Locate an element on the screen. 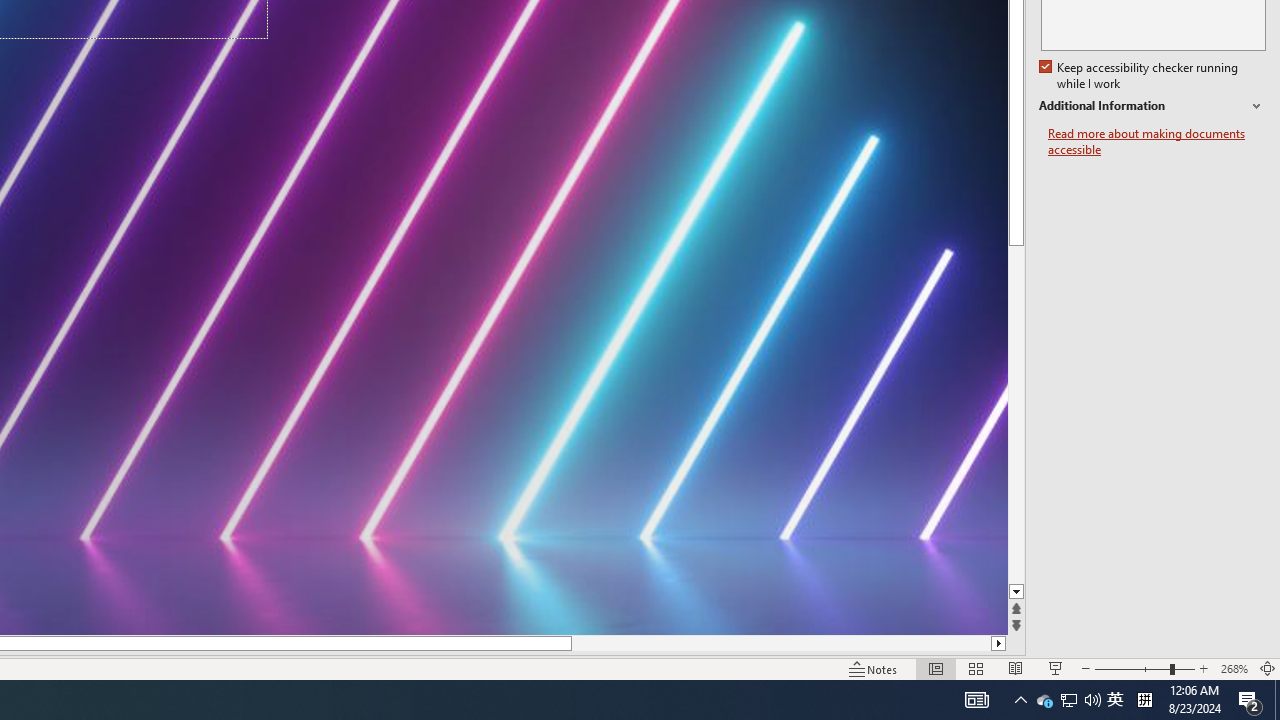 This screenshot has height=720, width=1280. 'Zoom In' is located at coordinates (1203, 669).